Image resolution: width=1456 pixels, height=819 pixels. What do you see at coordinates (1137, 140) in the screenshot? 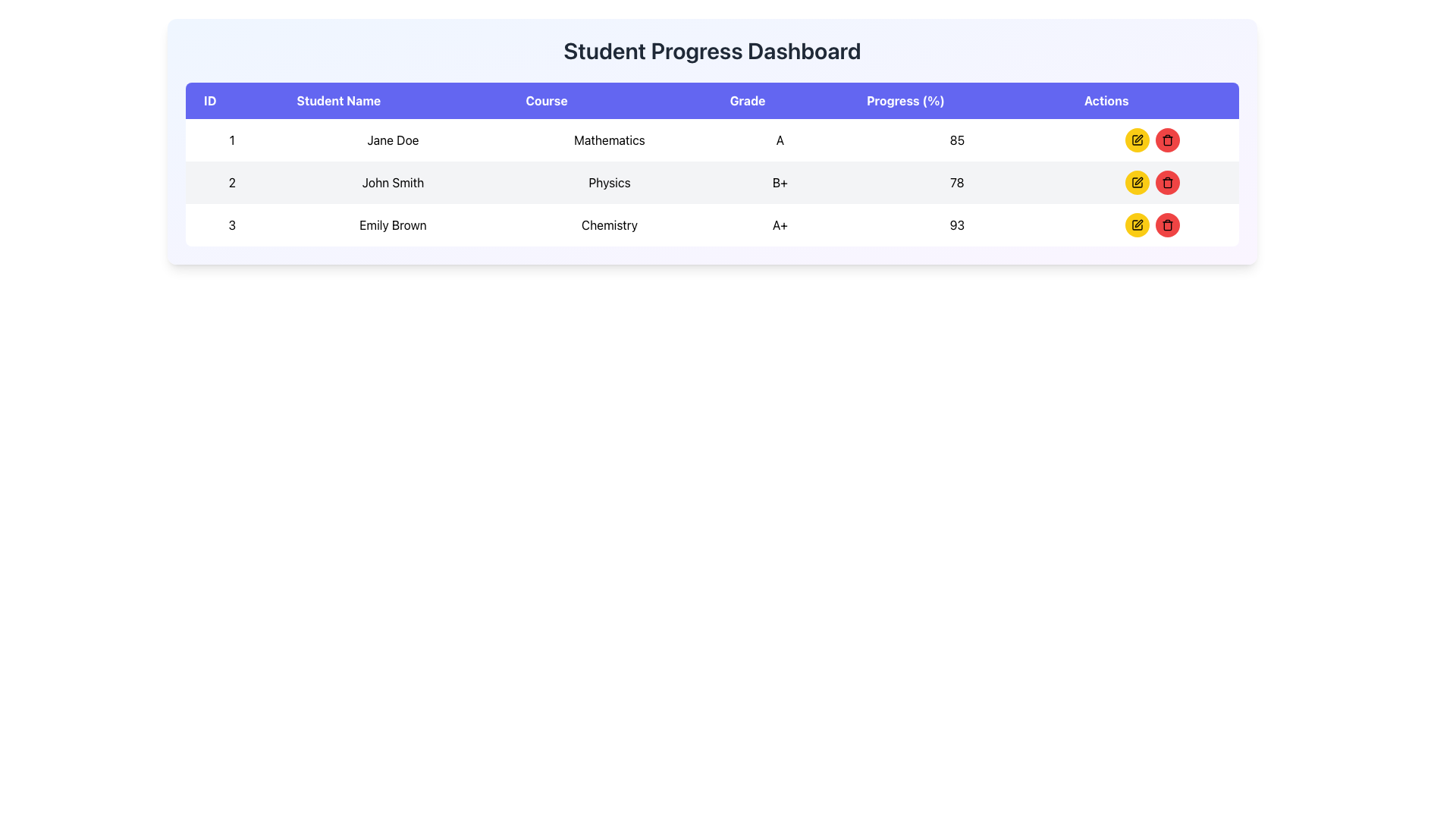
I see `the editing icon, which is a small square with rounded corners and a pen element, located in the Actions column of the third row` at bounding box center [1137, 140].